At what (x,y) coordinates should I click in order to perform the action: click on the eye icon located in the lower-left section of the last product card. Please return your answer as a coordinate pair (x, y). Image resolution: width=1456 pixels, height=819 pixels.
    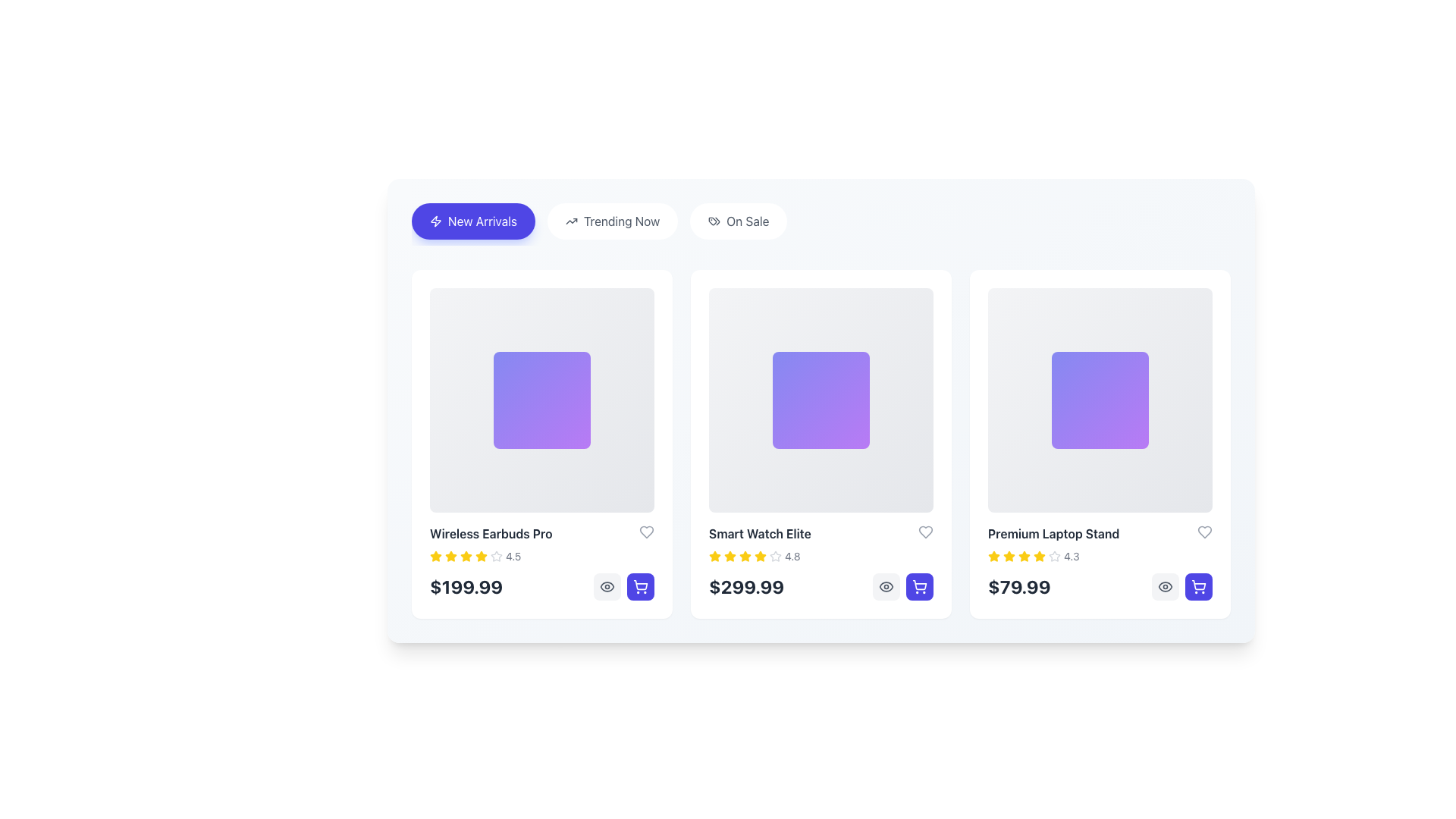
    Looking at the image, I should click on (1164, 586).